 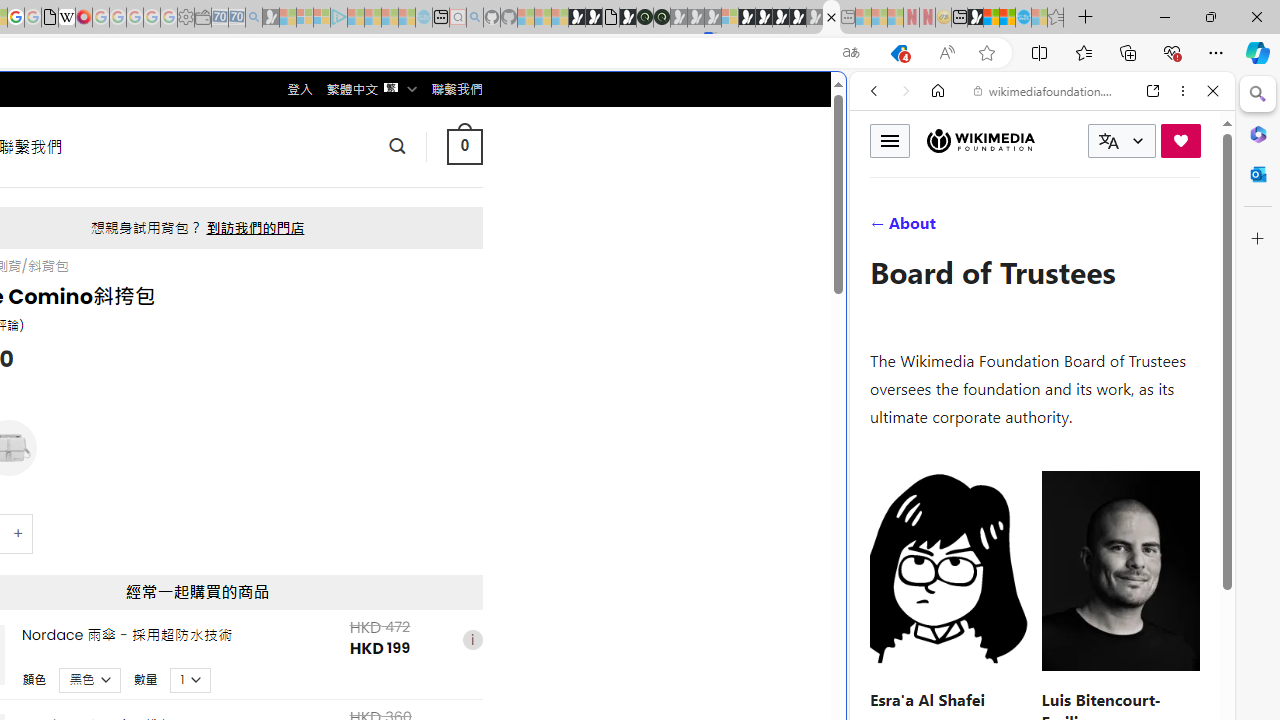 I want to click on 'Future Focus Report 2024', so click(x=661, y=17).